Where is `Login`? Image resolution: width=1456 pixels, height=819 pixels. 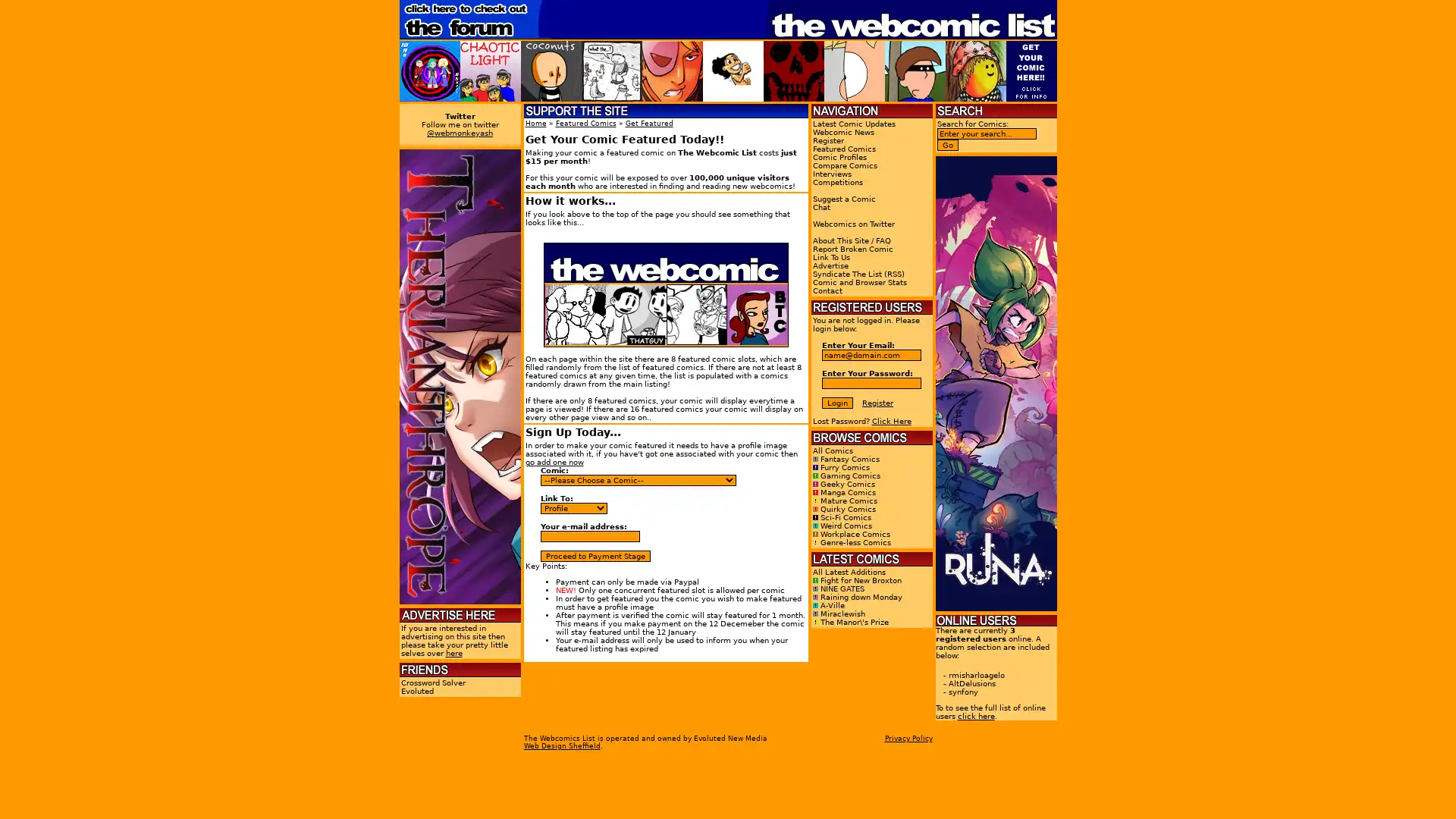
Login is located at coordinates (836, 402).